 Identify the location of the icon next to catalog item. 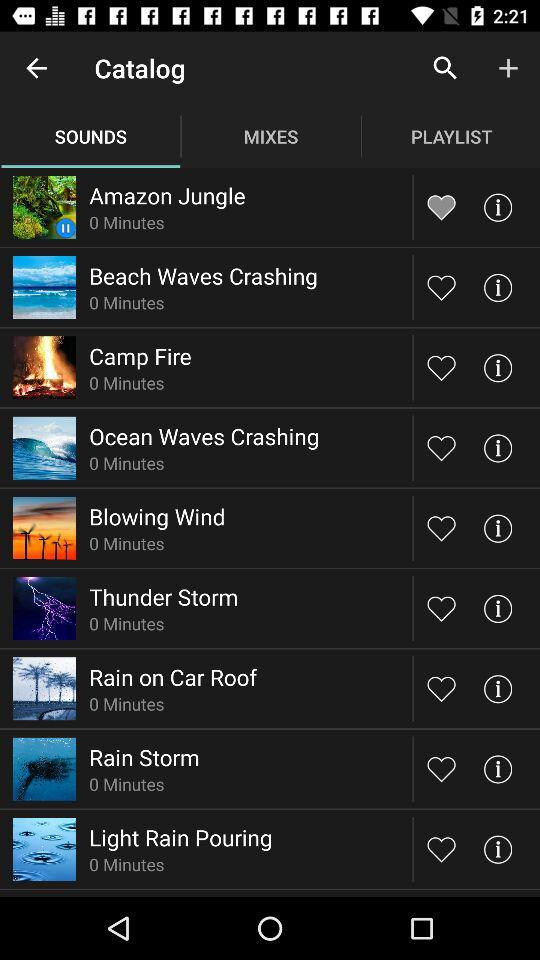
(36, 68).